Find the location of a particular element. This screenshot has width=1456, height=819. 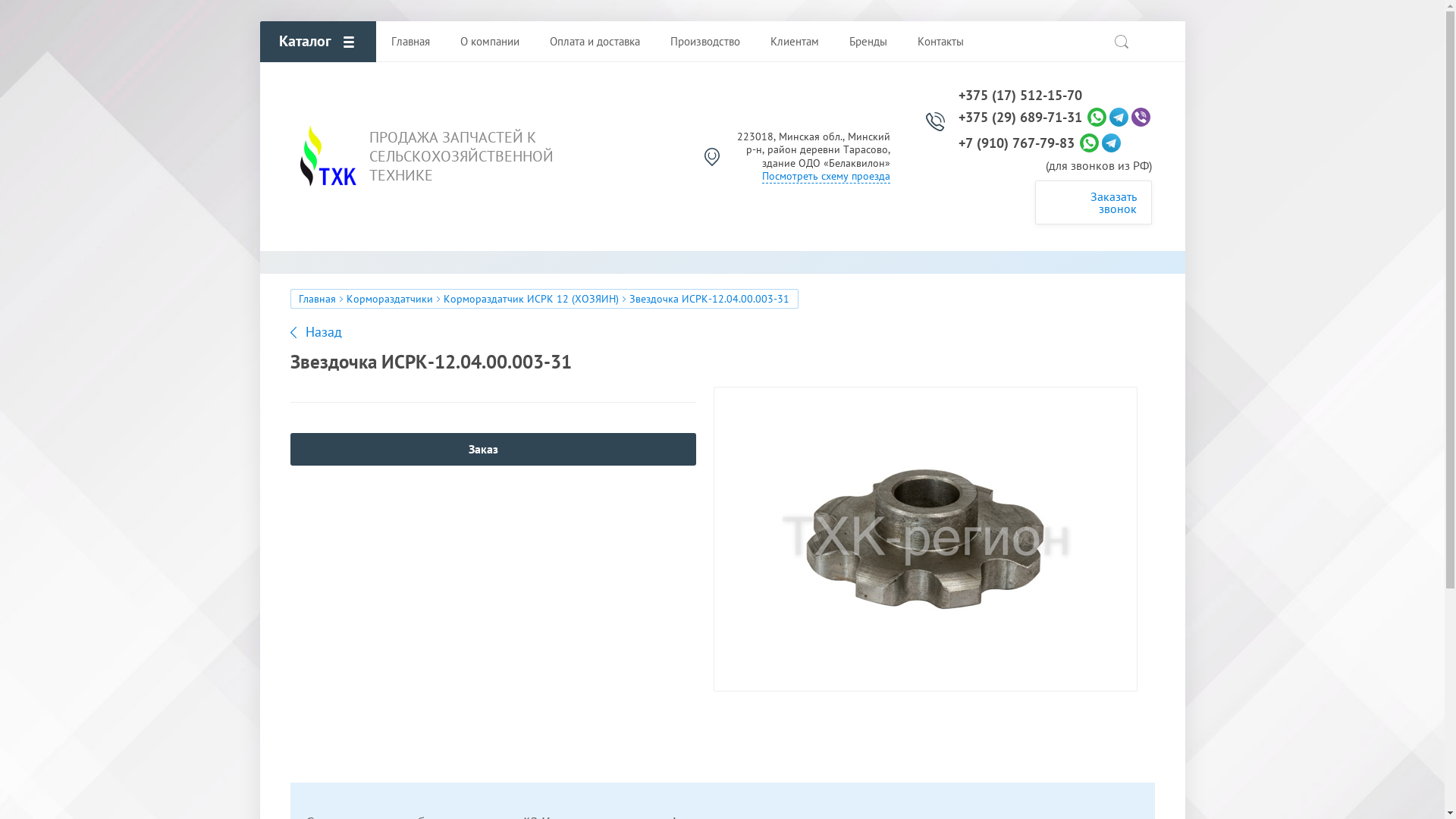

'+7 (910) 767-79-83' is located at coordinates (1016, 143).